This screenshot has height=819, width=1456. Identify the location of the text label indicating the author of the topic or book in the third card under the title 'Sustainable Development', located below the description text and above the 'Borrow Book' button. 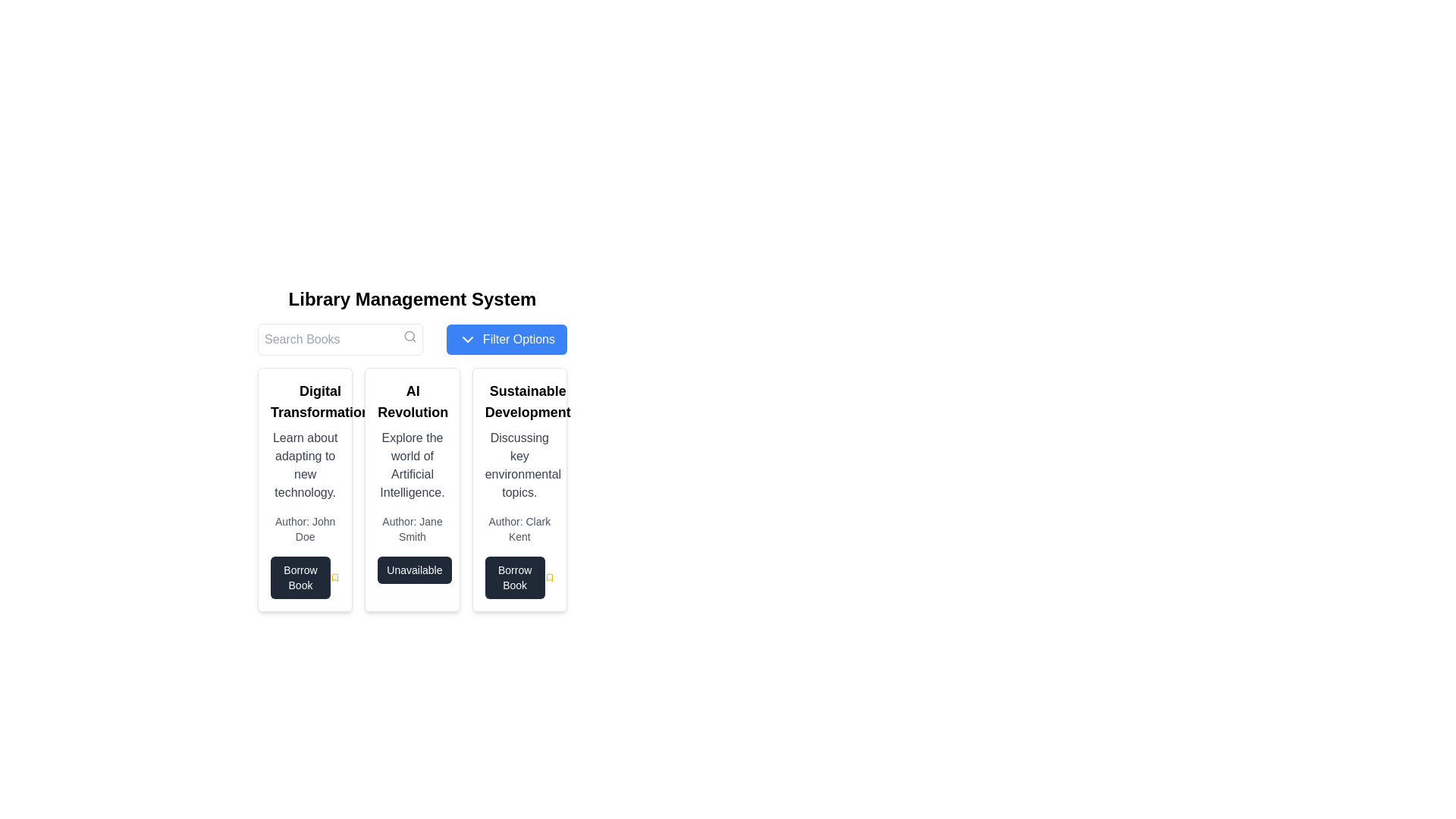
(519, 529).